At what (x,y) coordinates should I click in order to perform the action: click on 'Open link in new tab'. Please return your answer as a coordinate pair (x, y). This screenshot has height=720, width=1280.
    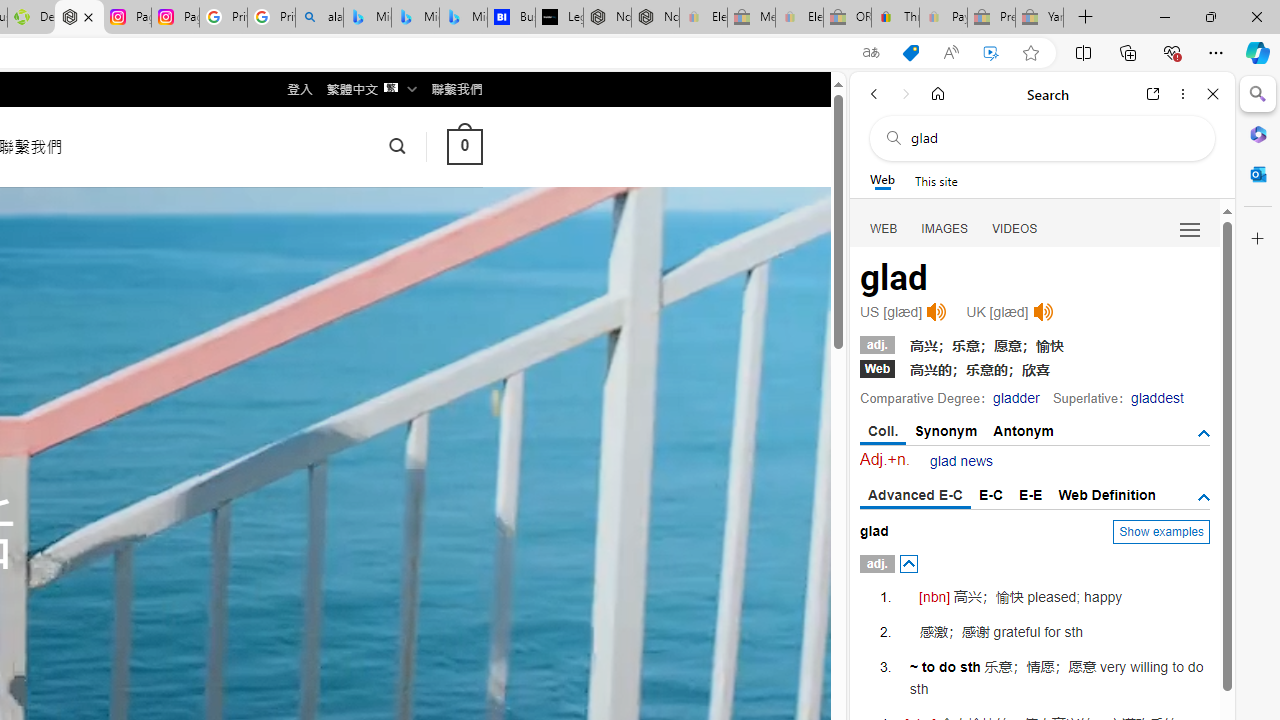
    Looking at the image, I should click on (1153, 93).